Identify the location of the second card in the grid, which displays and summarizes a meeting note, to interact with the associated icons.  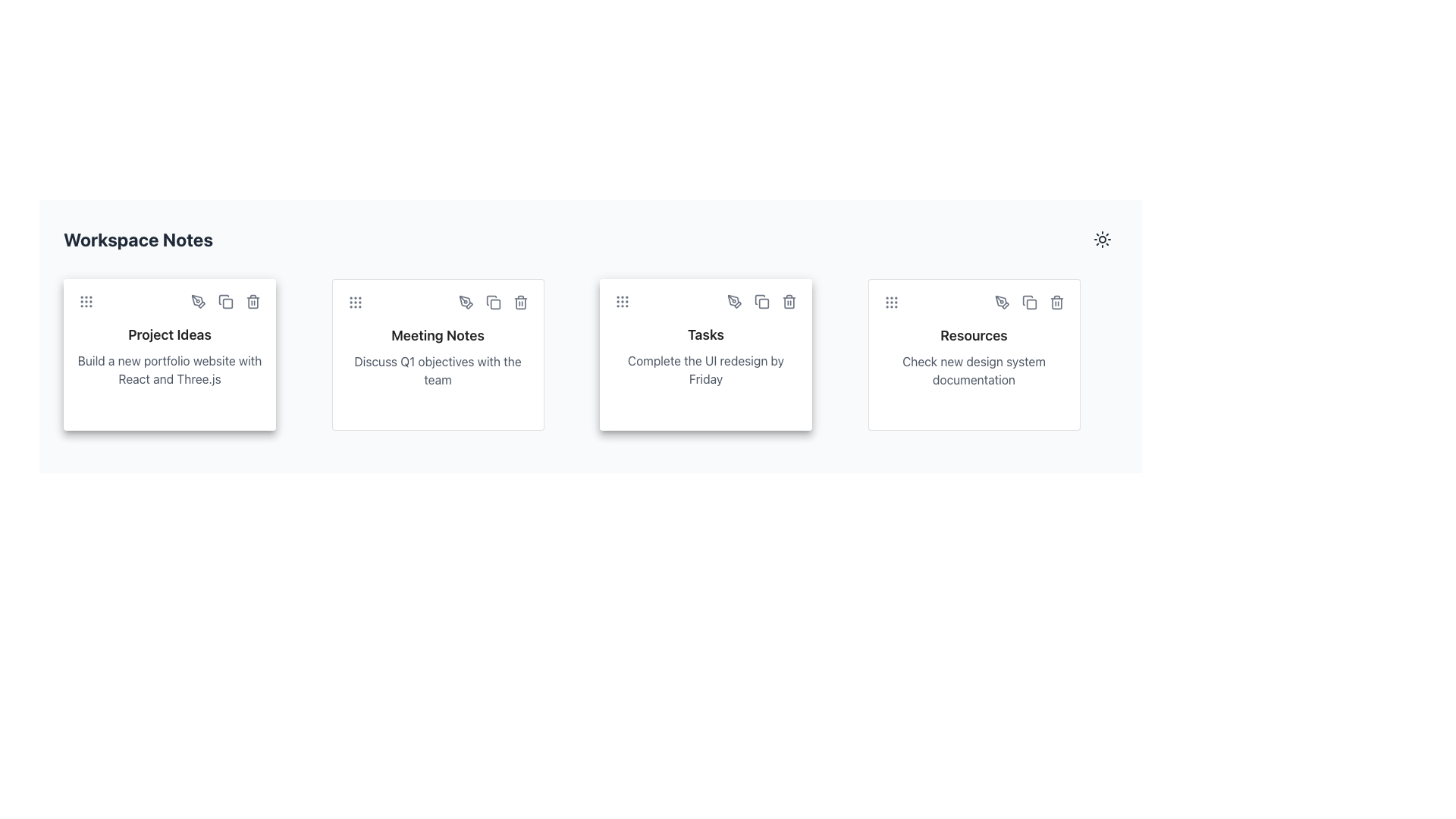
(437, 354).